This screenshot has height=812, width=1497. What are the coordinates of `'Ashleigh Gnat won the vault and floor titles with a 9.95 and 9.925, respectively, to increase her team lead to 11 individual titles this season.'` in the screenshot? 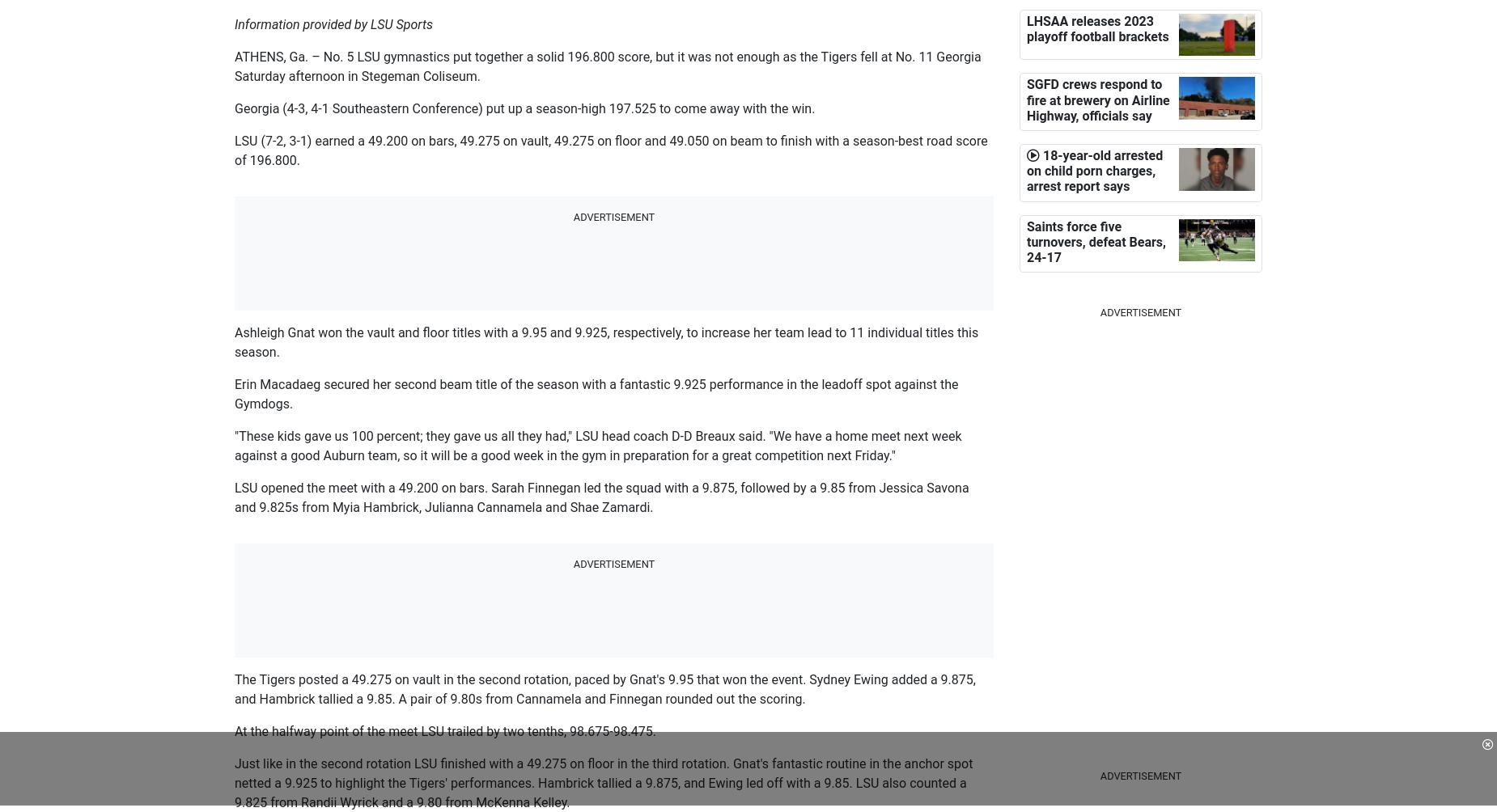 It's located at (606, 341).